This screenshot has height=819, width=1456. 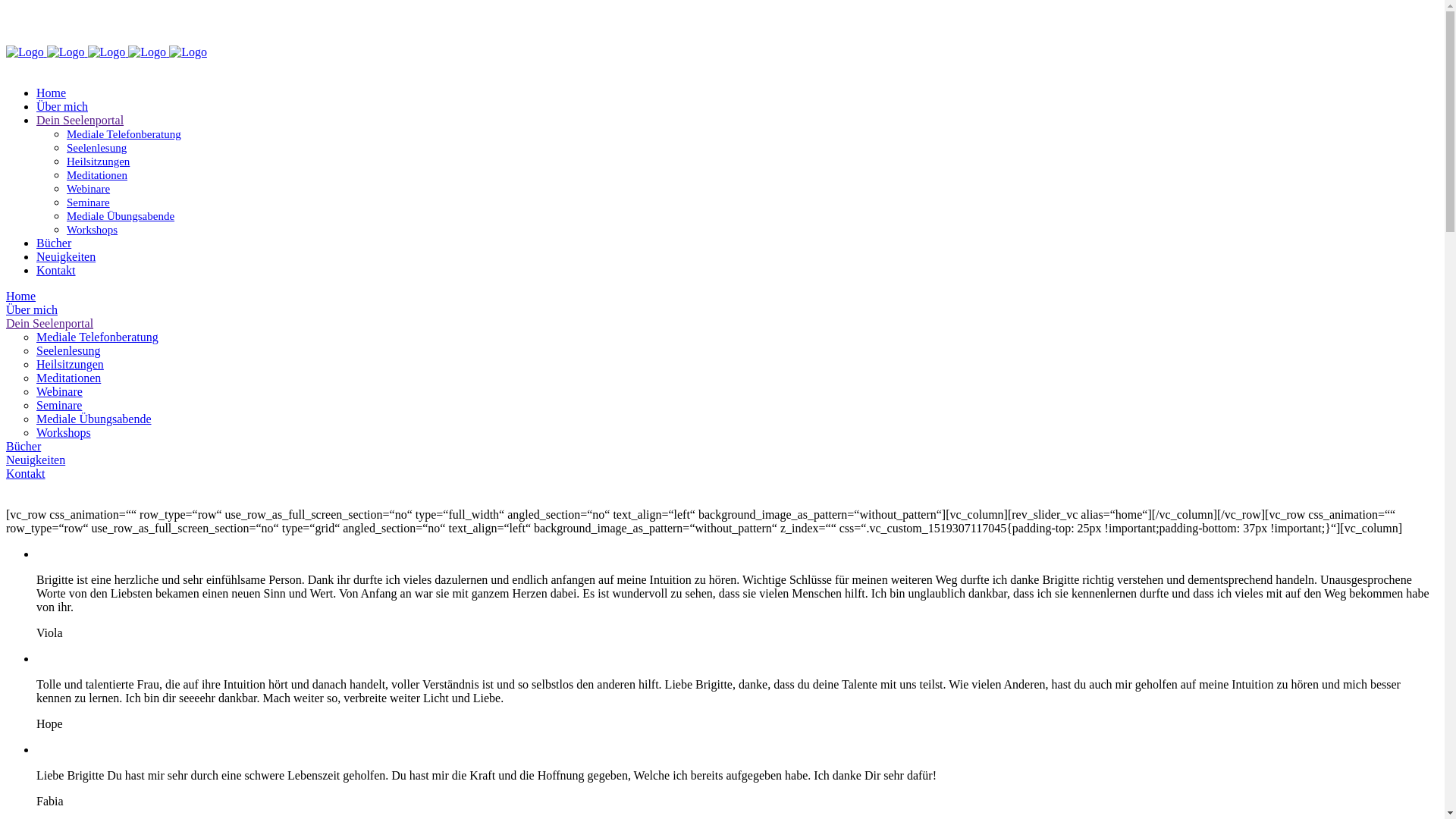 I want to click on 'Workshops', so click(x=91, y=230).